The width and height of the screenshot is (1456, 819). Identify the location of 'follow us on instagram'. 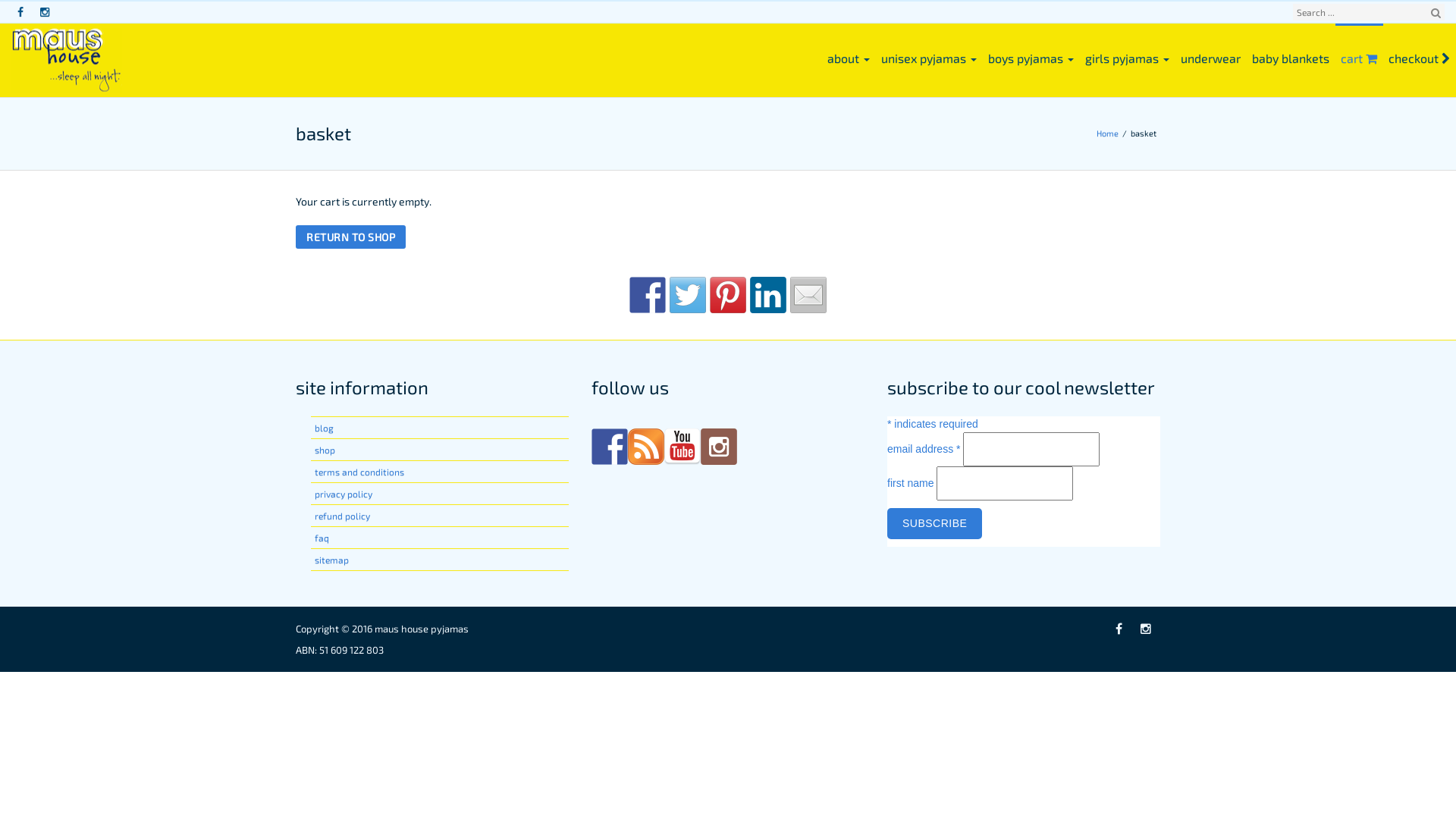
(718, 446).